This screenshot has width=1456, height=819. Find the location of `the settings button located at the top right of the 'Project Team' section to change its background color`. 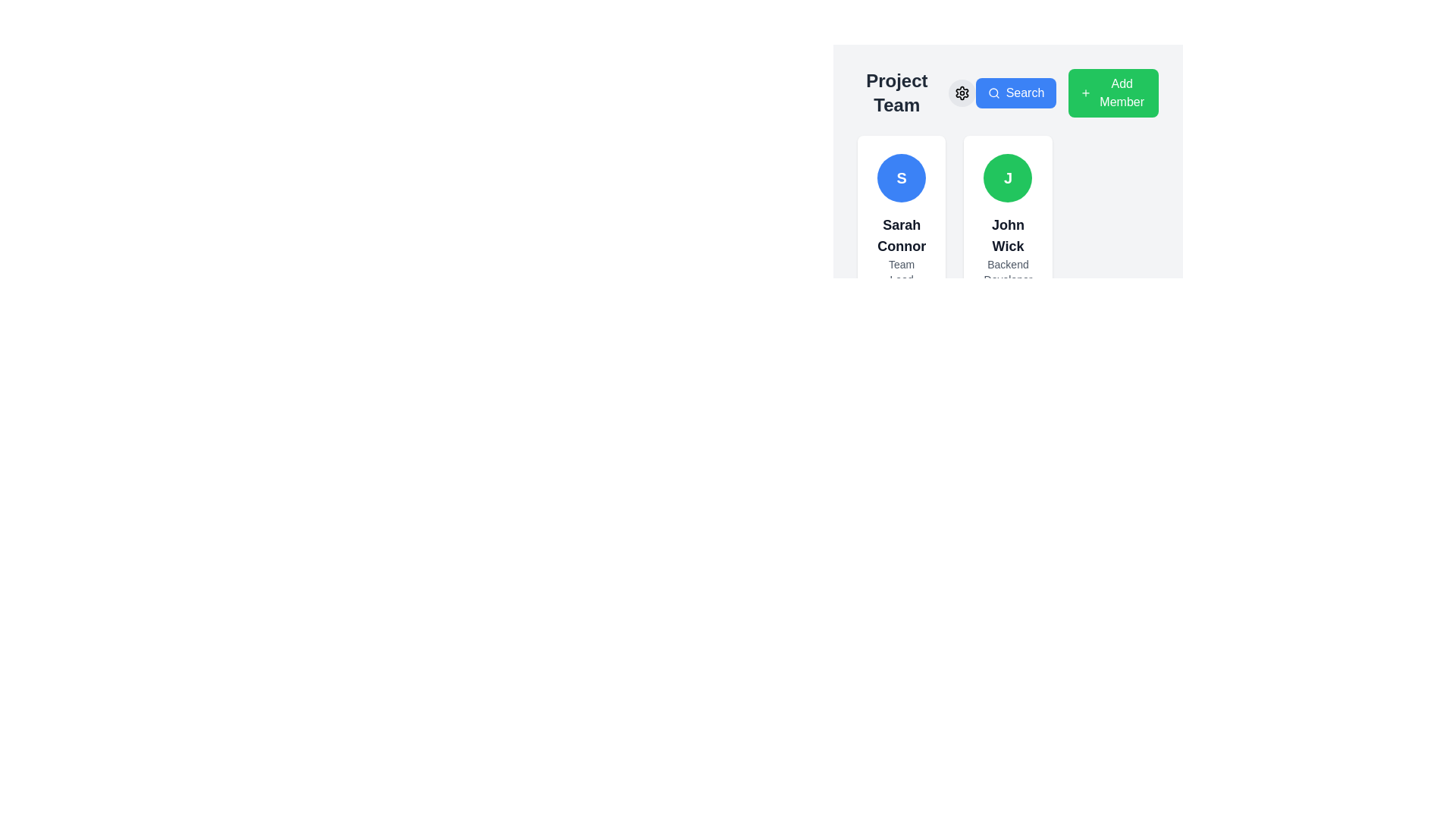

the settings button located at the top right of the 'Project Team' section to change its background color is located at coordinates (961, 93).